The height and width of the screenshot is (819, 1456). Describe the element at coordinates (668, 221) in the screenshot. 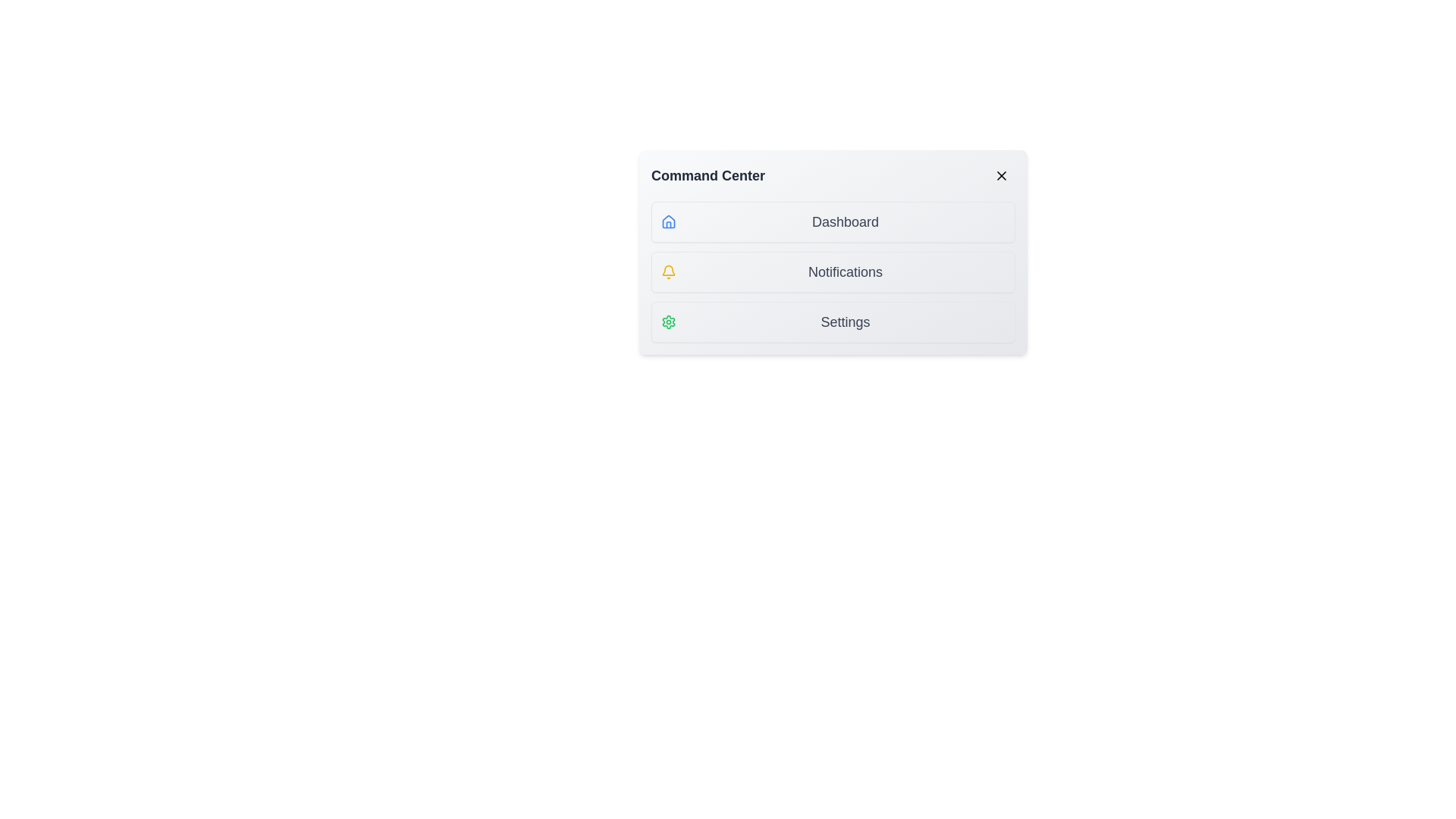

I see `the home icon located next to 'Dashboard'` at that location.